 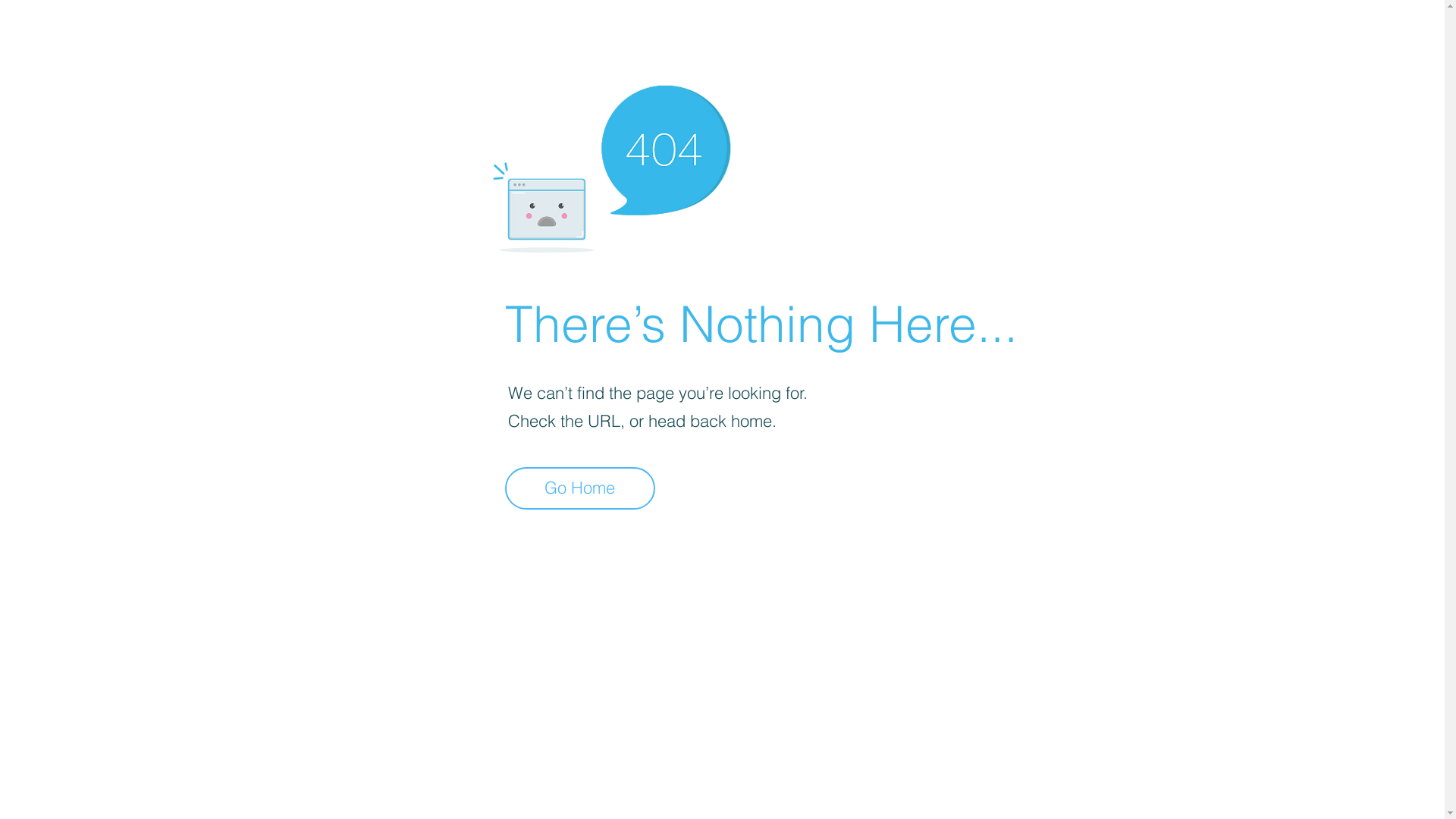 What do you see at coordinates (610, 165) in the screenshot?
I see `'404-icon_2.png'` at bounding box center [610, 165].